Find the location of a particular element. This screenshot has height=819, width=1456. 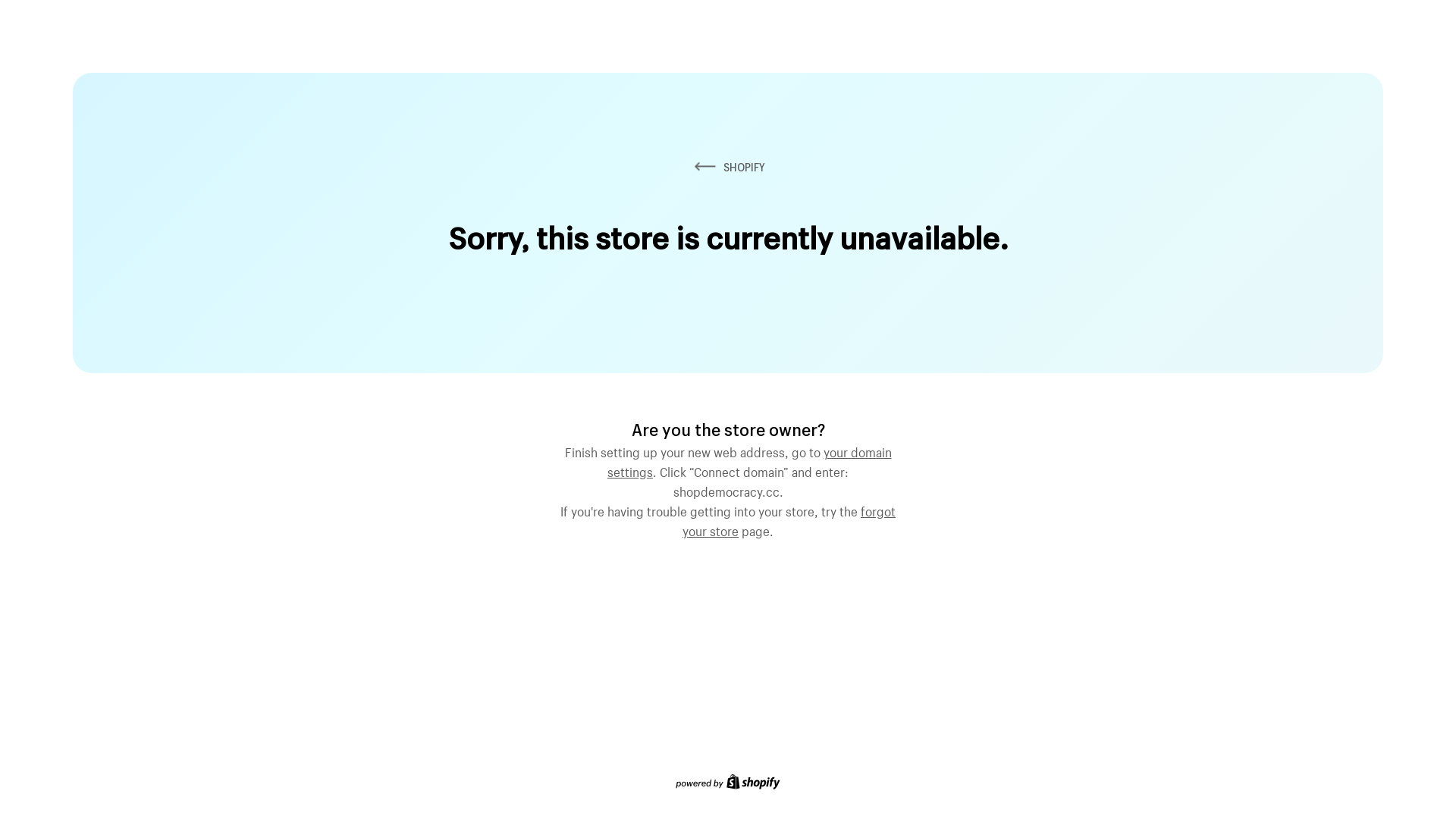

'SHOPIFY' is located at coordinates (728, 167).